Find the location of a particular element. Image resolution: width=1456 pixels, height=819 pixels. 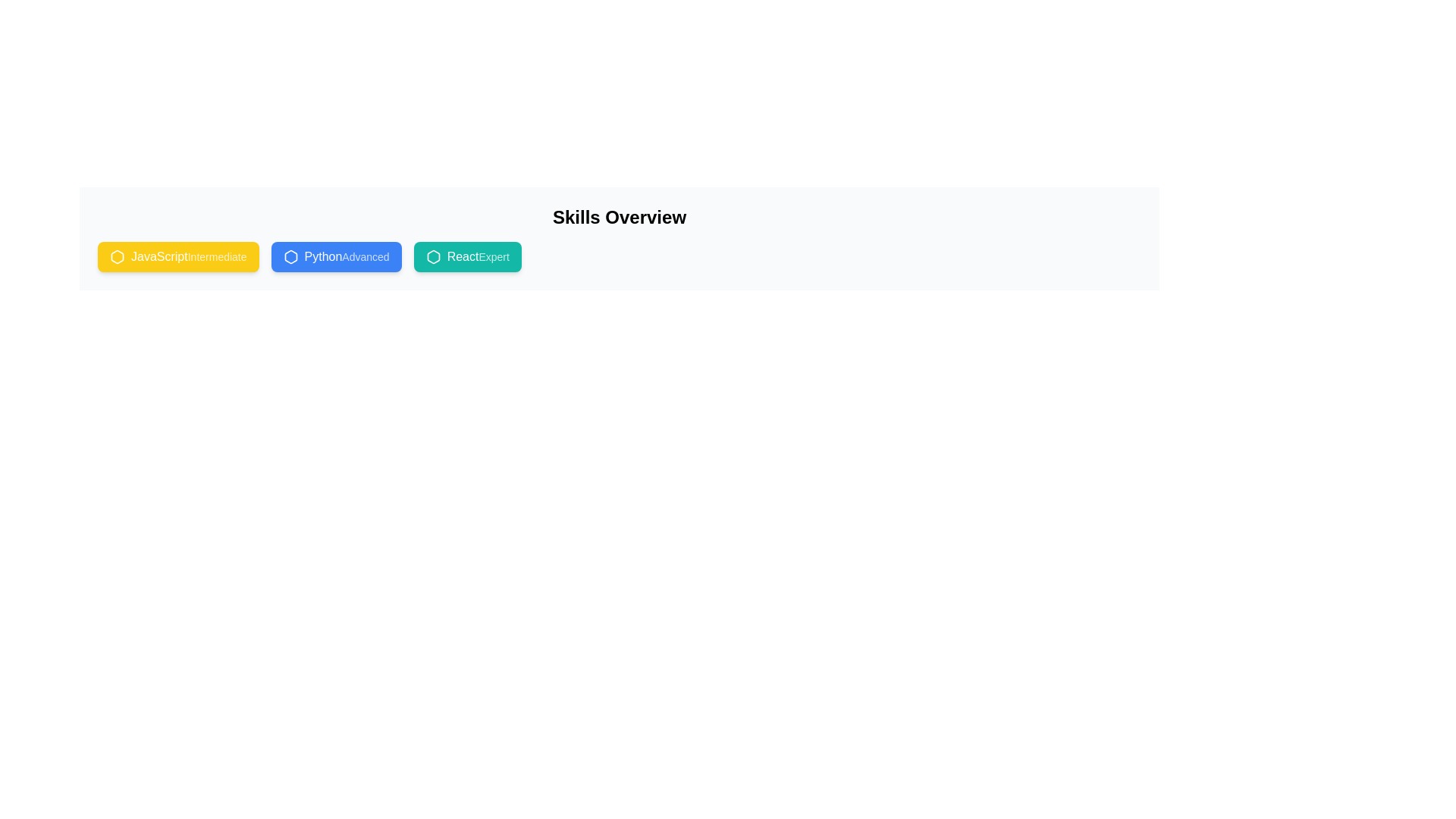

the skill chip corresponding to JavaScript is located at coordinates (178, 256).